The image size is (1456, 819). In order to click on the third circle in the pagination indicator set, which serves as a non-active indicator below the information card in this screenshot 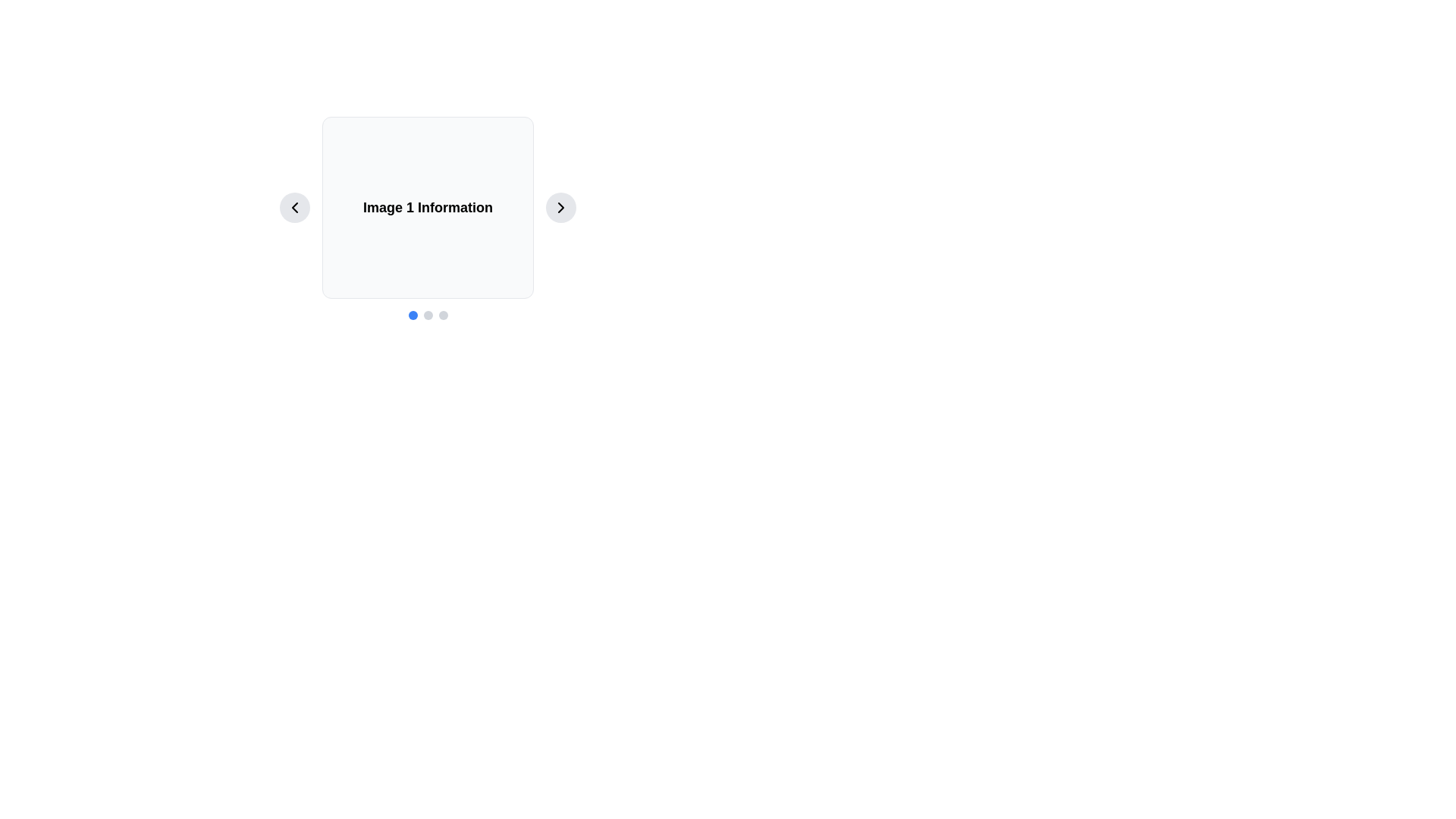, I will do `click(442, 315)`.